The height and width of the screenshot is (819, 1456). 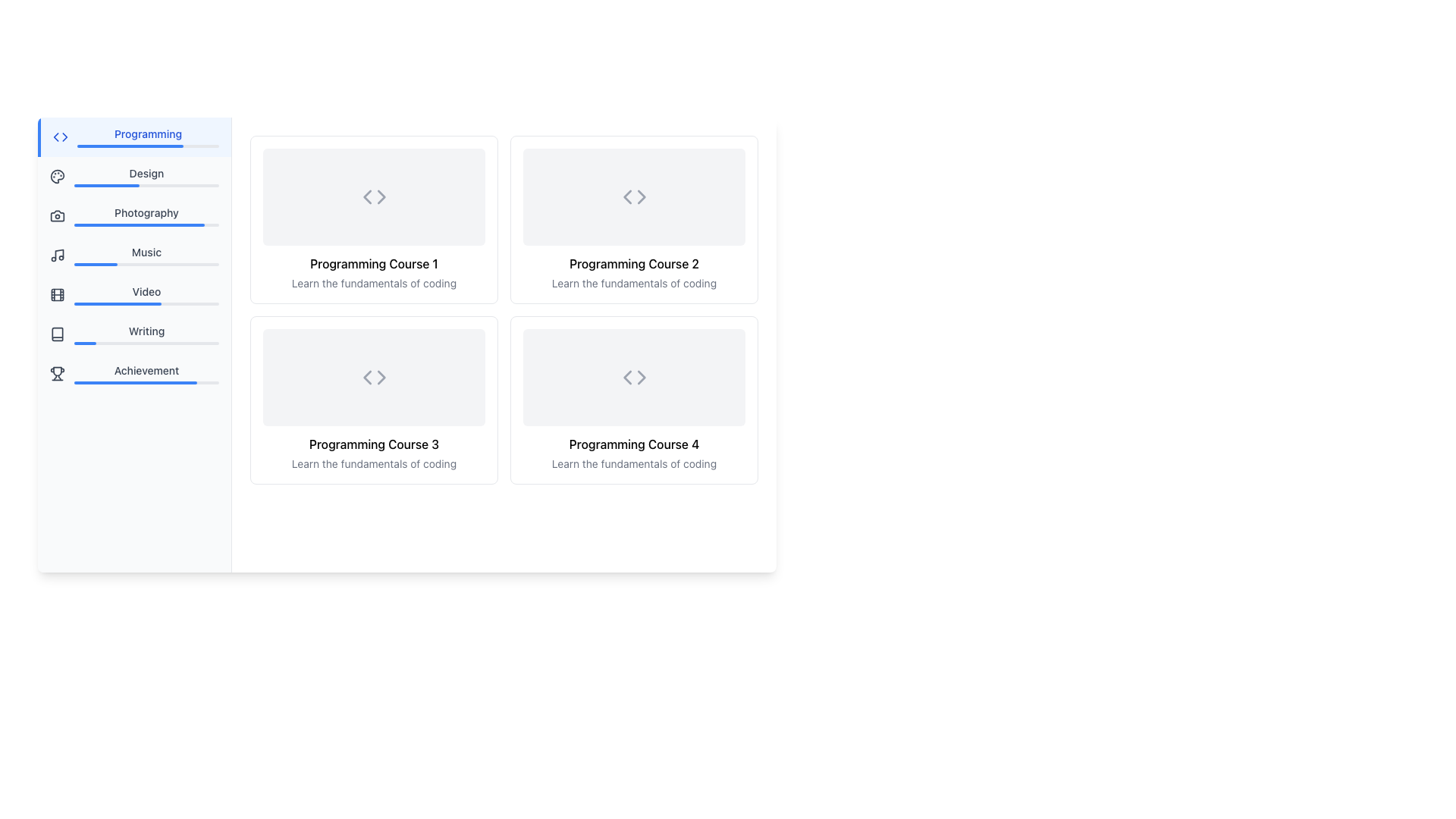 I want to click on the static text label displaying the word 'Achievement' located in the navigation sidebar, positioned below the 'Writing' label, so click(x=146, y=371).